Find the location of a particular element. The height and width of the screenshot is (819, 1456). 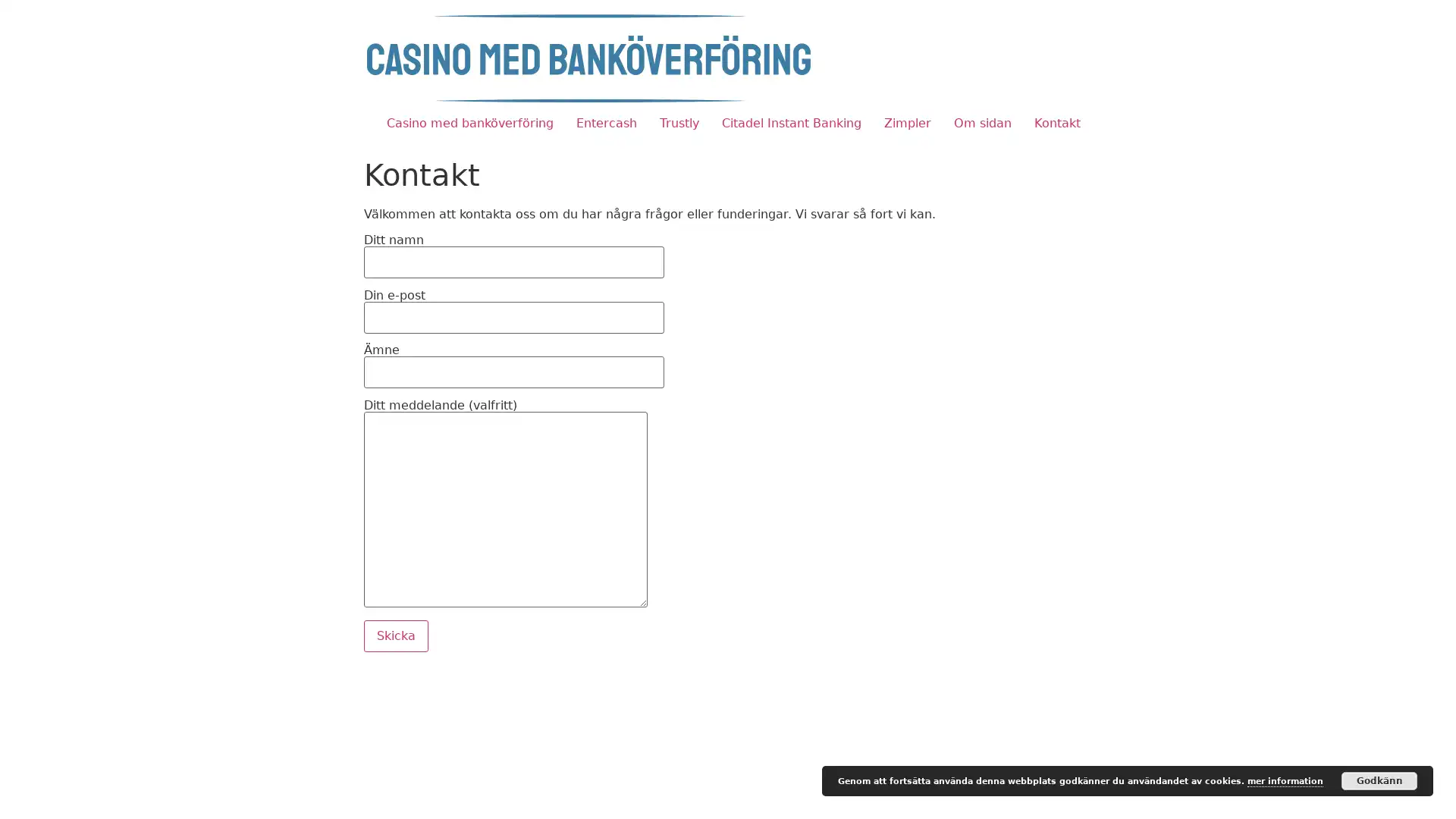

Godkann is located at coordinates (1379, 780).